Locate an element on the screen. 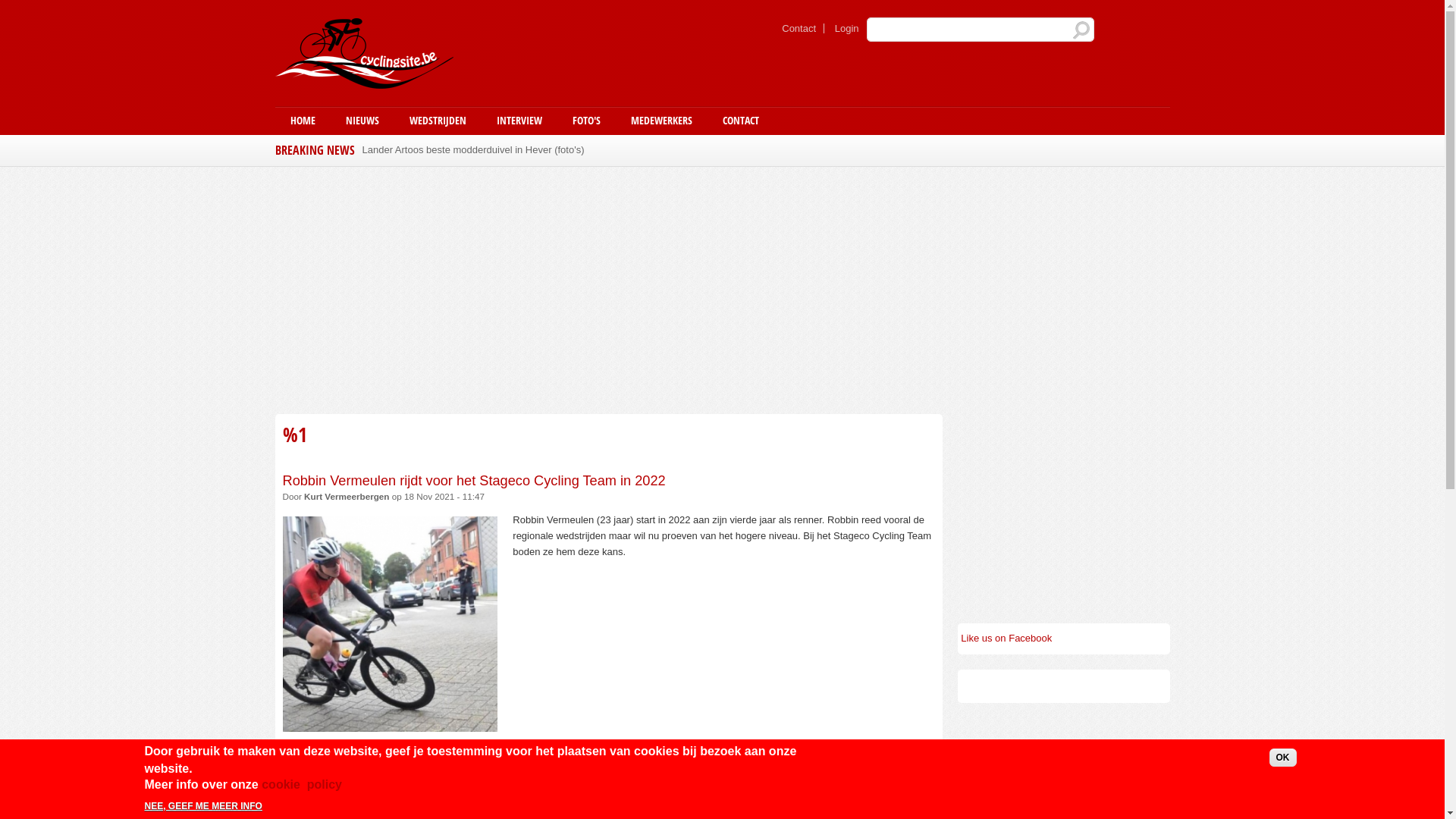 Image resolution: width=1456 pixels, height=819 pixels. 'cookie  policy' is located at coordinates (302, 785).